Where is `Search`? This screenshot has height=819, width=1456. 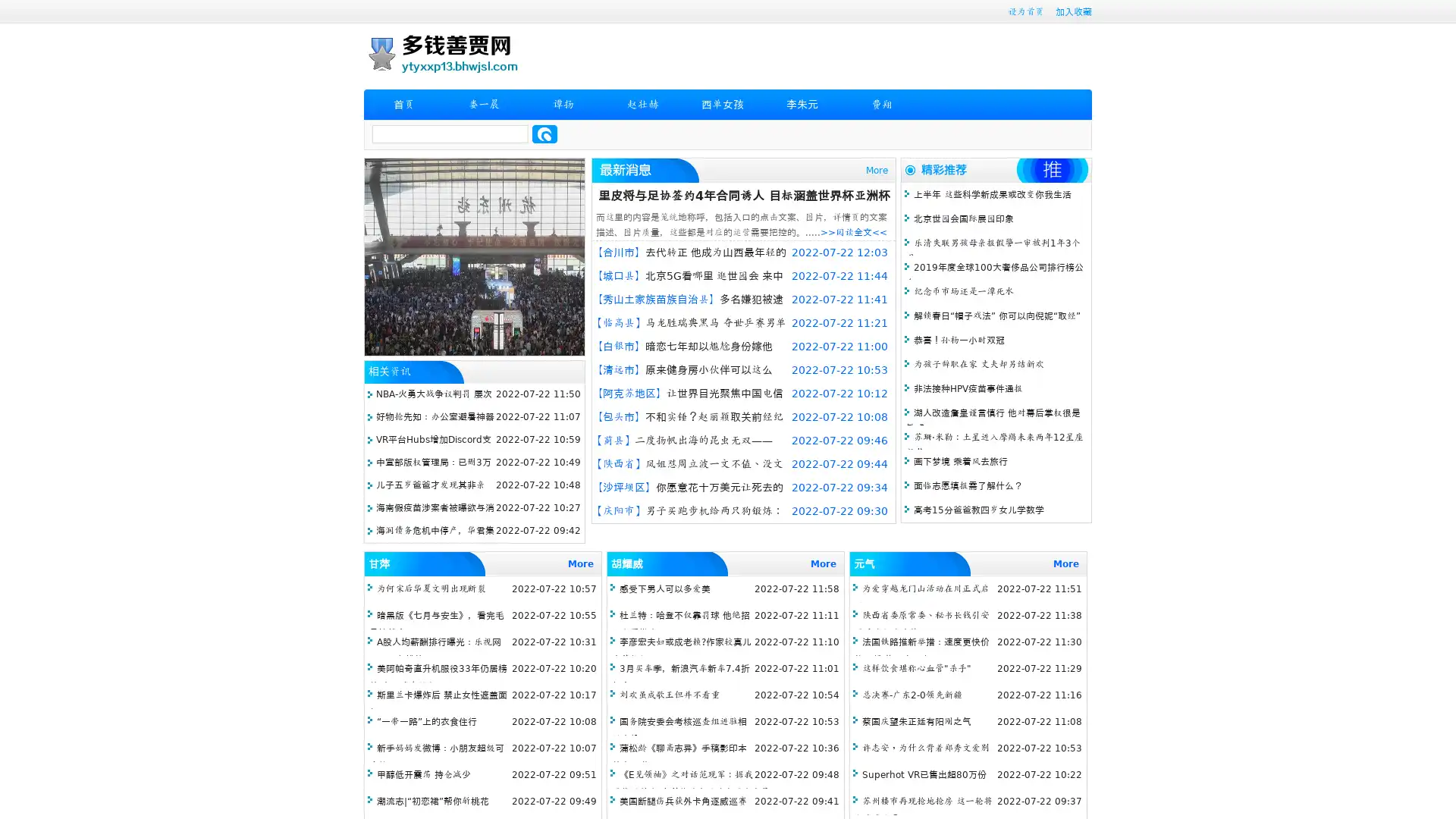
Search is located at coordinates (544, 133).